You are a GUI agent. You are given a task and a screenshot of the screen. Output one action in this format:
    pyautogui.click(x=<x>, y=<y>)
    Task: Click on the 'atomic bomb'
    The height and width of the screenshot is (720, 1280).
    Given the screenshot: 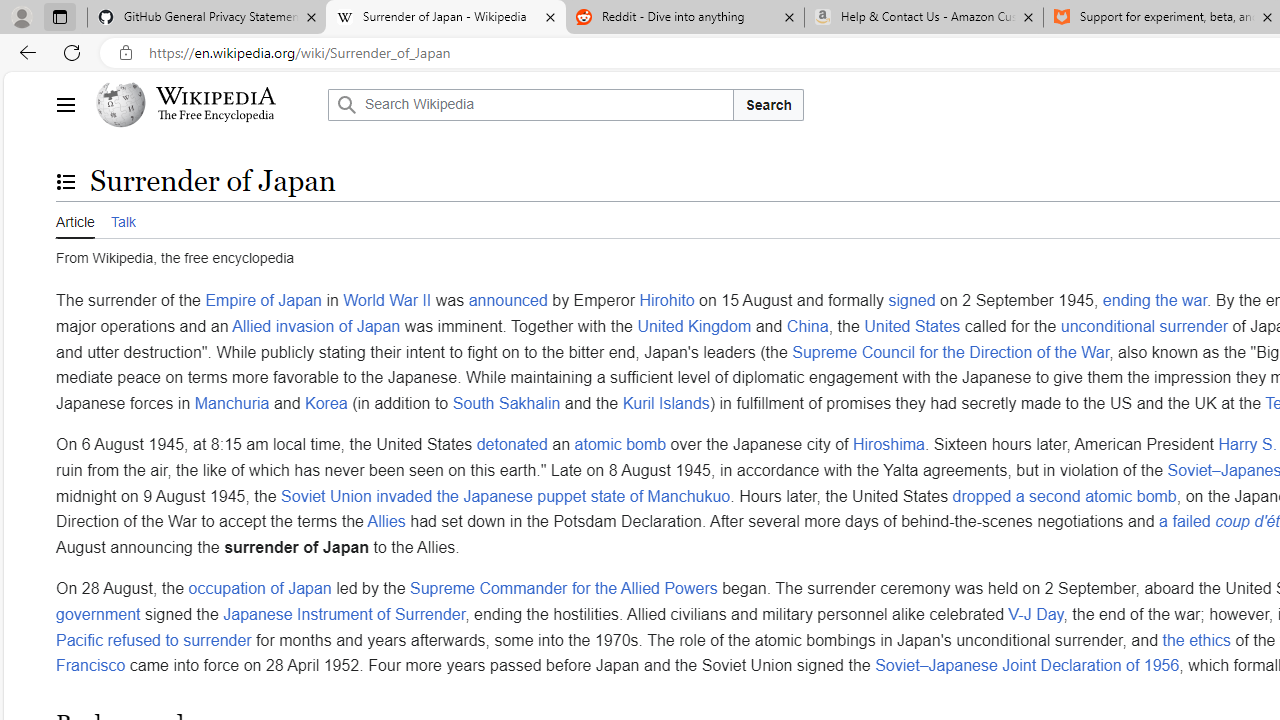 What is the action you would take?
    pyautogui.click(x=619, y=444)
    